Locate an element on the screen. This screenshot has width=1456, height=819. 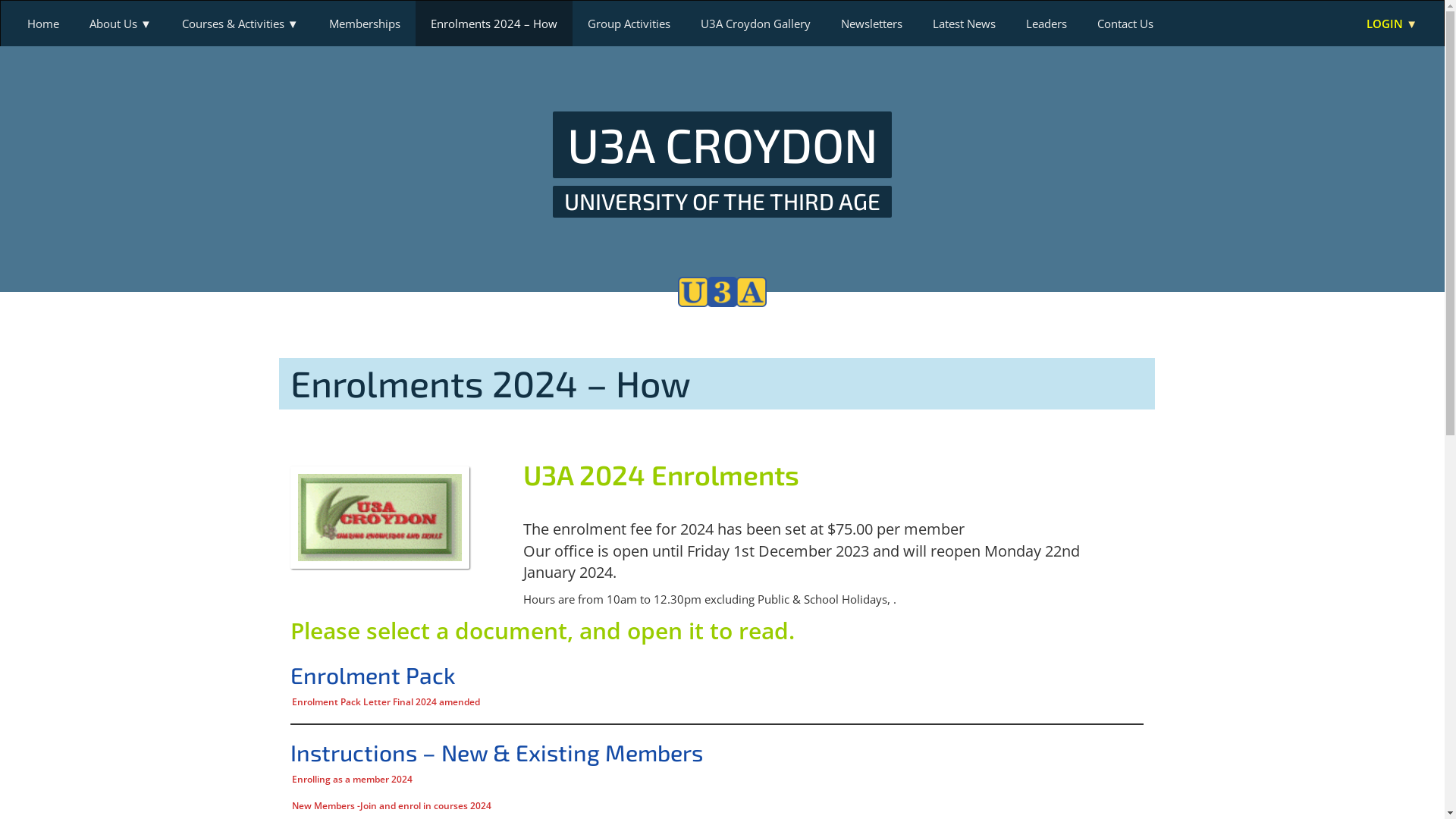
'New Members -Join and enrol in courses 2024' is located at coordinates (391, 805).